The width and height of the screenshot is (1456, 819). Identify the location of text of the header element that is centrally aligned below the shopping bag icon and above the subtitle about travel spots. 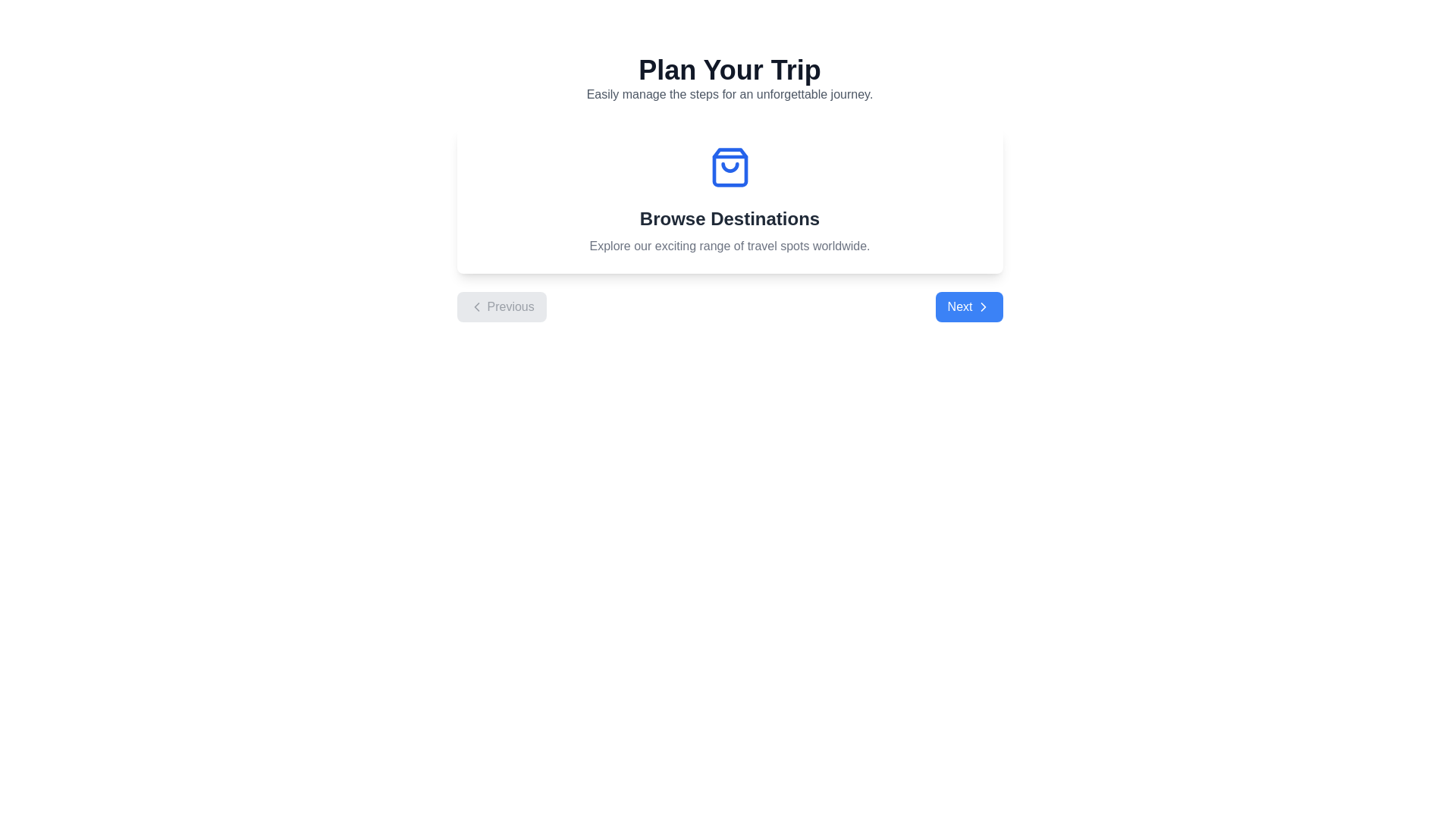
(730, 219).